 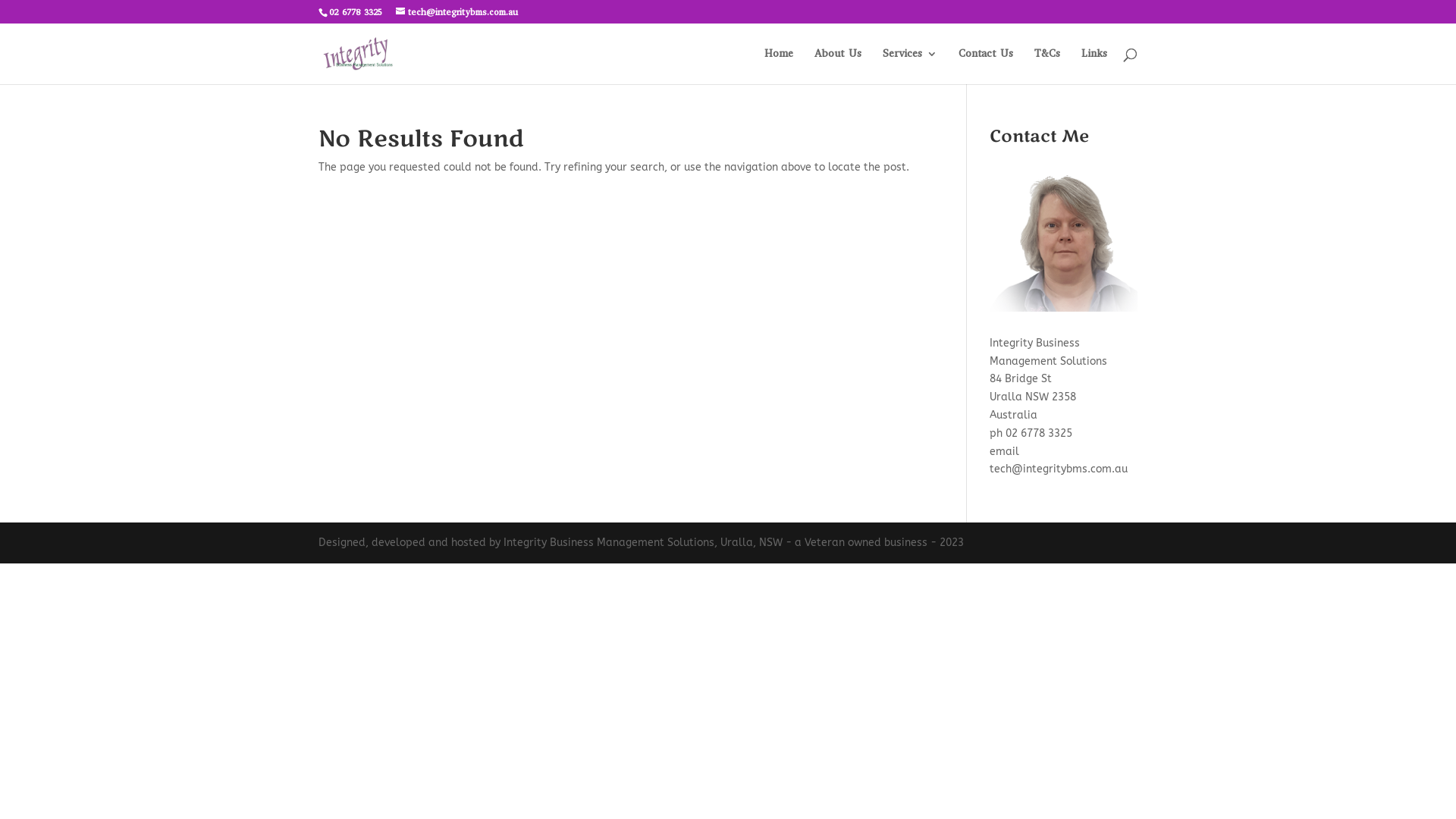 What do you see at coordinates (1080, 65) in the screenshot?
I see `'Links'` at bounding box center [1080, 65].